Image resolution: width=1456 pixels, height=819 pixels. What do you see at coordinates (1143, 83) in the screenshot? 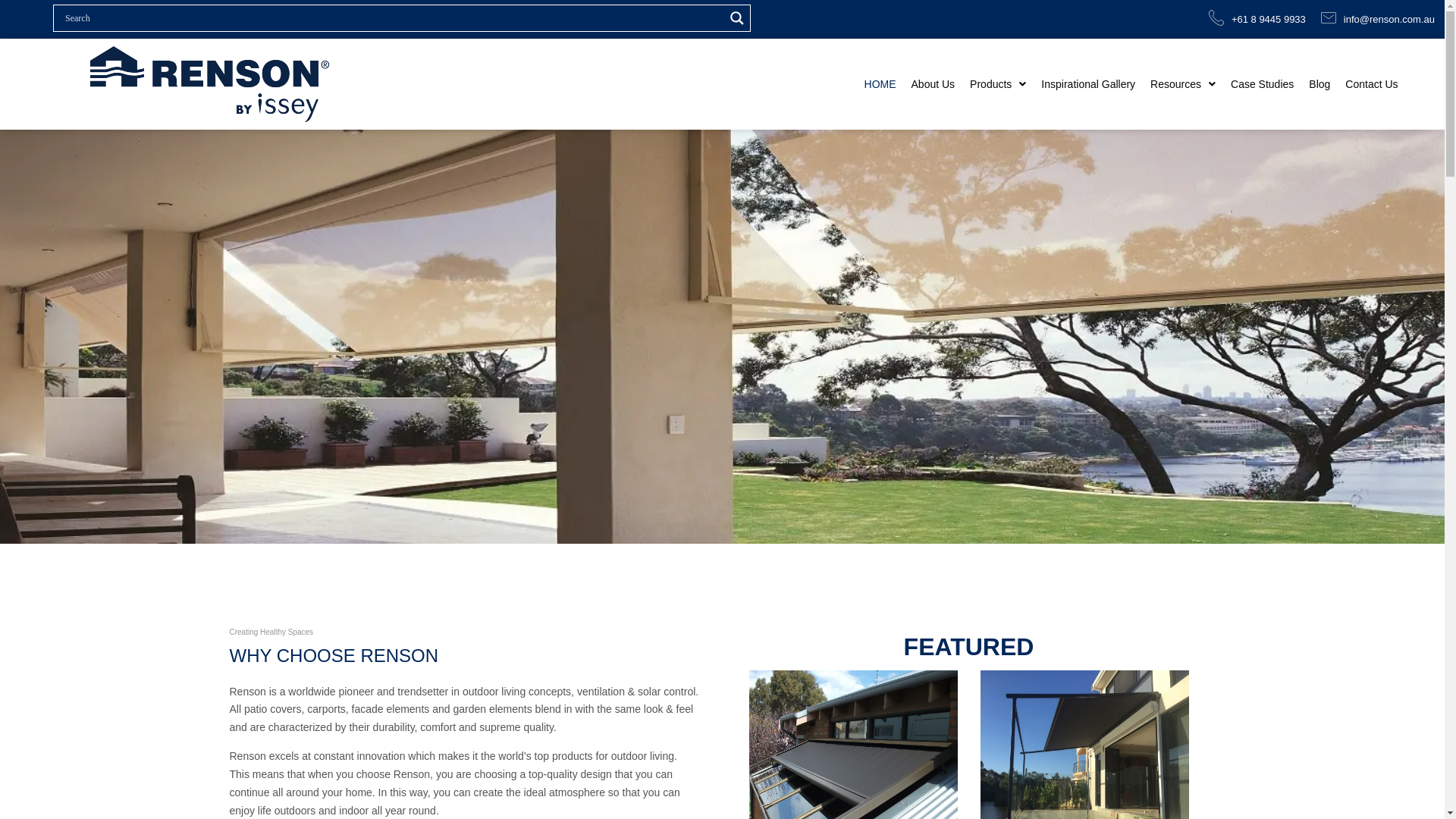
I see `'Resources'` at bounding box center [1143, 83].